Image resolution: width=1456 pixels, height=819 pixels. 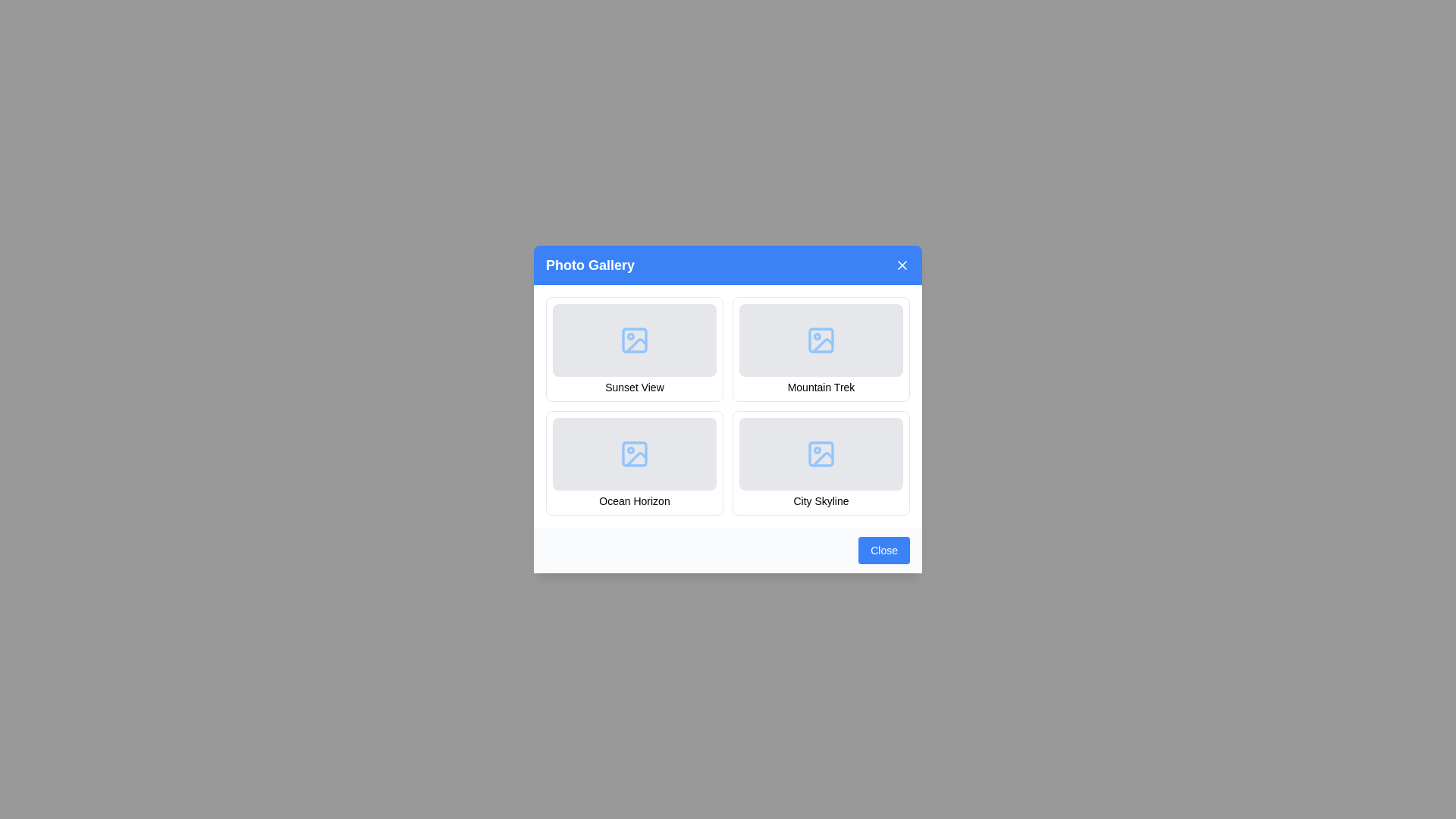 I want to click on the large rounded rectangle image placeholder or button with a gray background and a light blue outlined icon, so click(x=634, y=453).